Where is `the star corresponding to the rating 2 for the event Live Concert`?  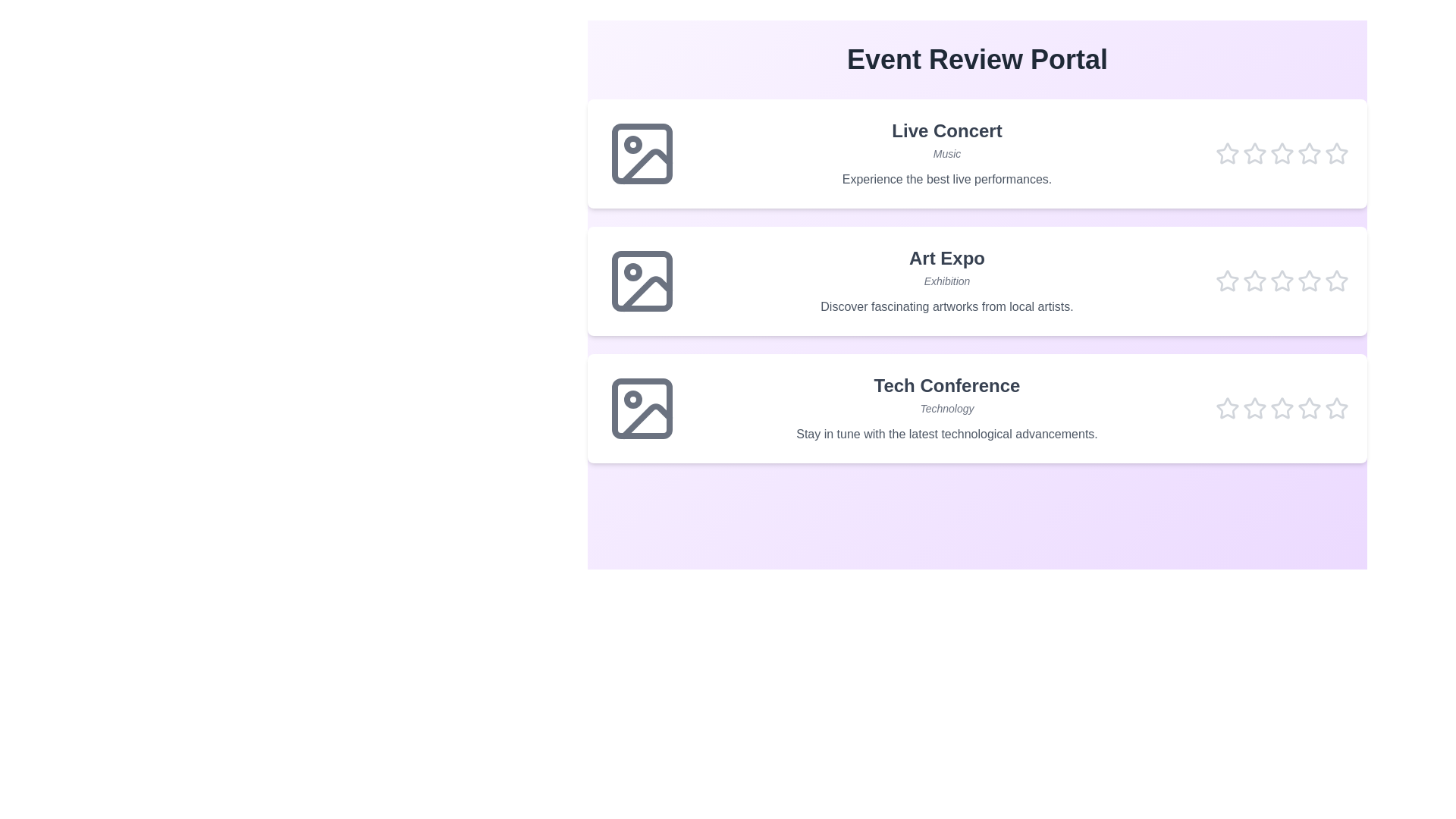
the star corresponding to the rating 2 for the event Live Concert is located at coordinates (1255, 154).